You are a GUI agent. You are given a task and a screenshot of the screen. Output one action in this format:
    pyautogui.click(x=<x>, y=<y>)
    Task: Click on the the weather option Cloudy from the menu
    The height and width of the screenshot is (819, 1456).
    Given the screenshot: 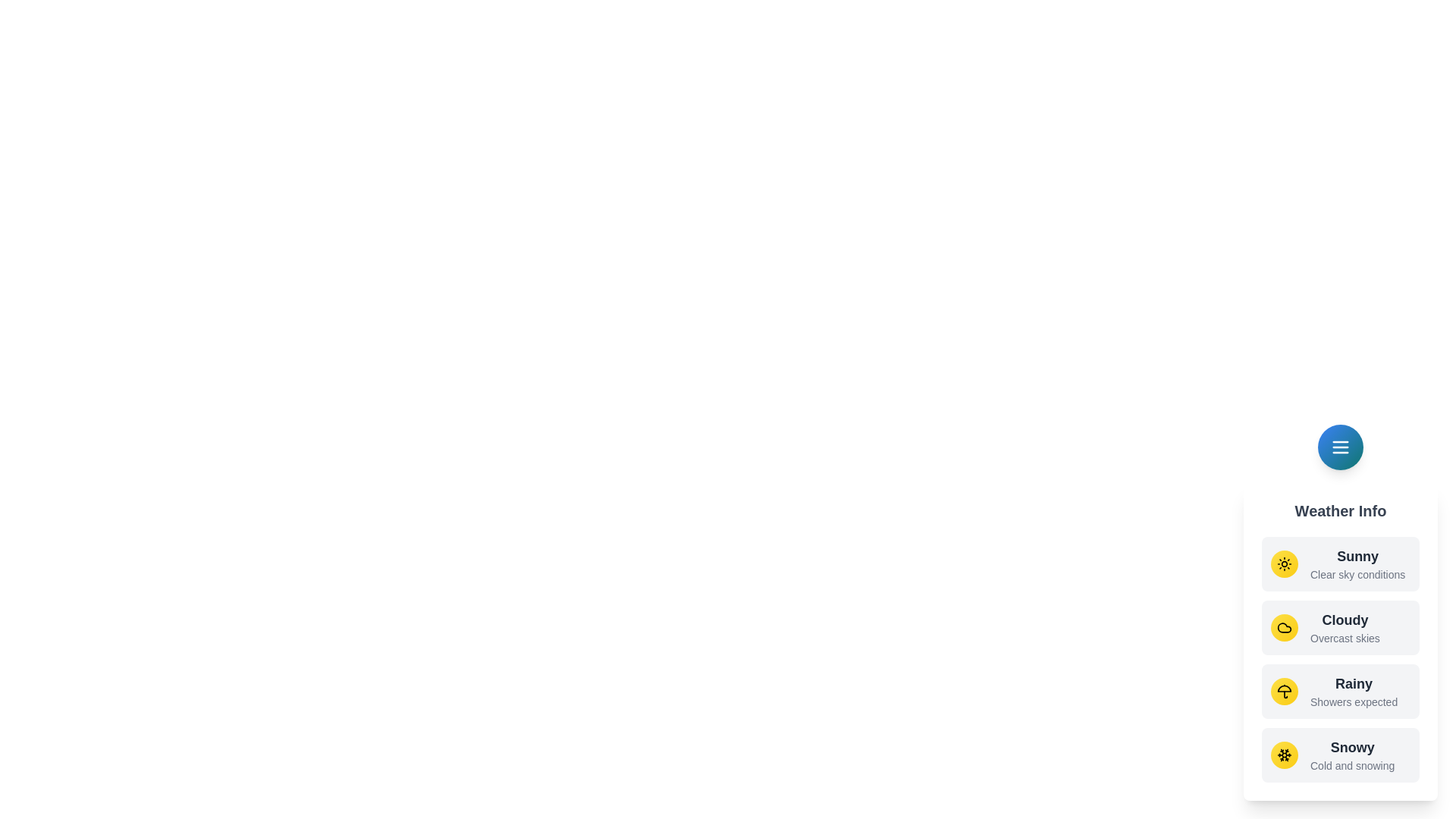 What is the action you would take?
    pyautogui.click(x=1340, y=628)
    